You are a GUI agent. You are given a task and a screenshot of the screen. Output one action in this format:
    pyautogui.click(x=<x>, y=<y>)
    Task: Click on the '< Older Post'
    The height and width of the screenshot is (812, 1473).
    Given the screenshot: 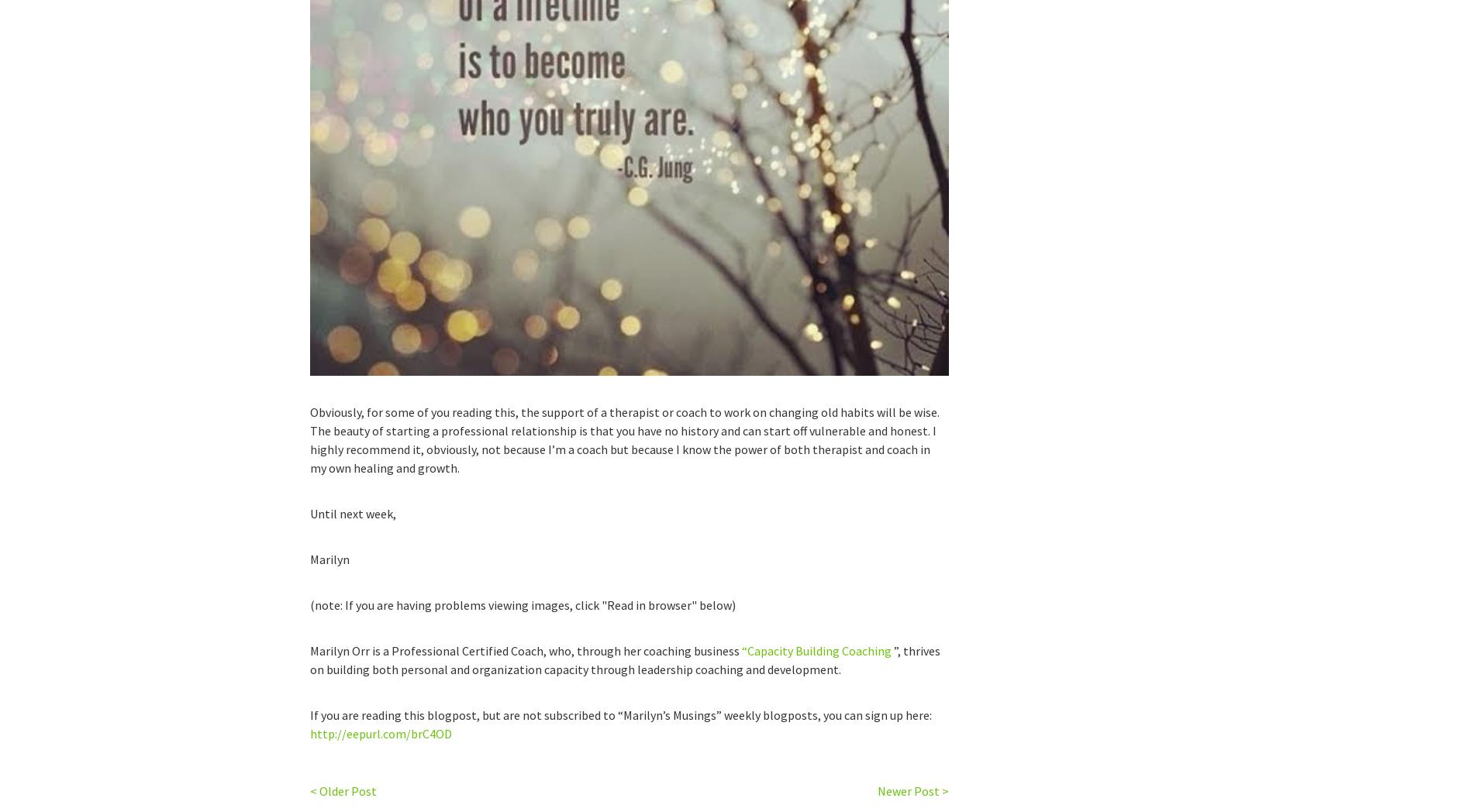 What is the action you would take?
    pyautogui.click(x=309, y=790)
    